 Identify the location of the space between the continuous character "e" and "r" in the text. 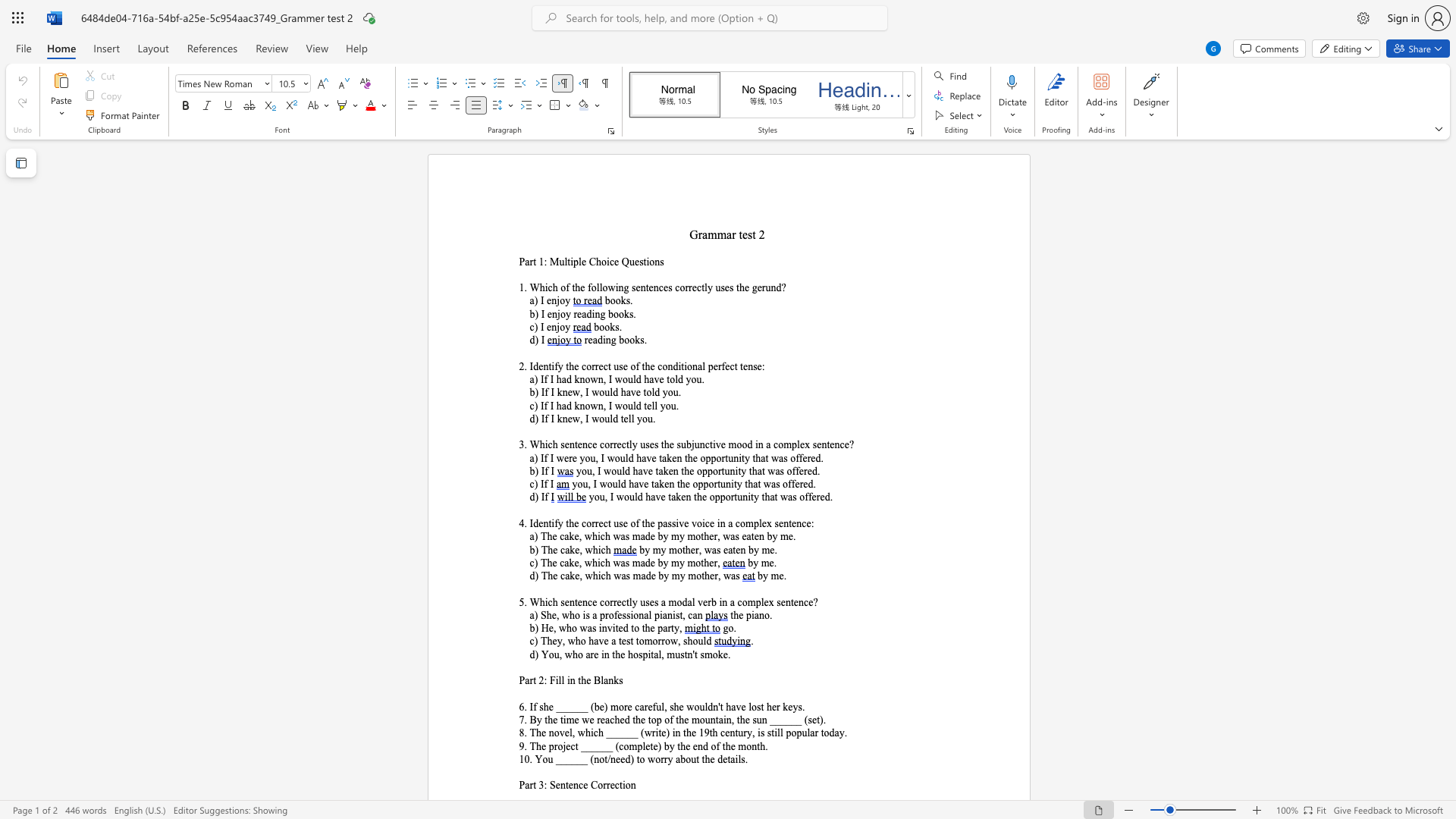
(694, 550).